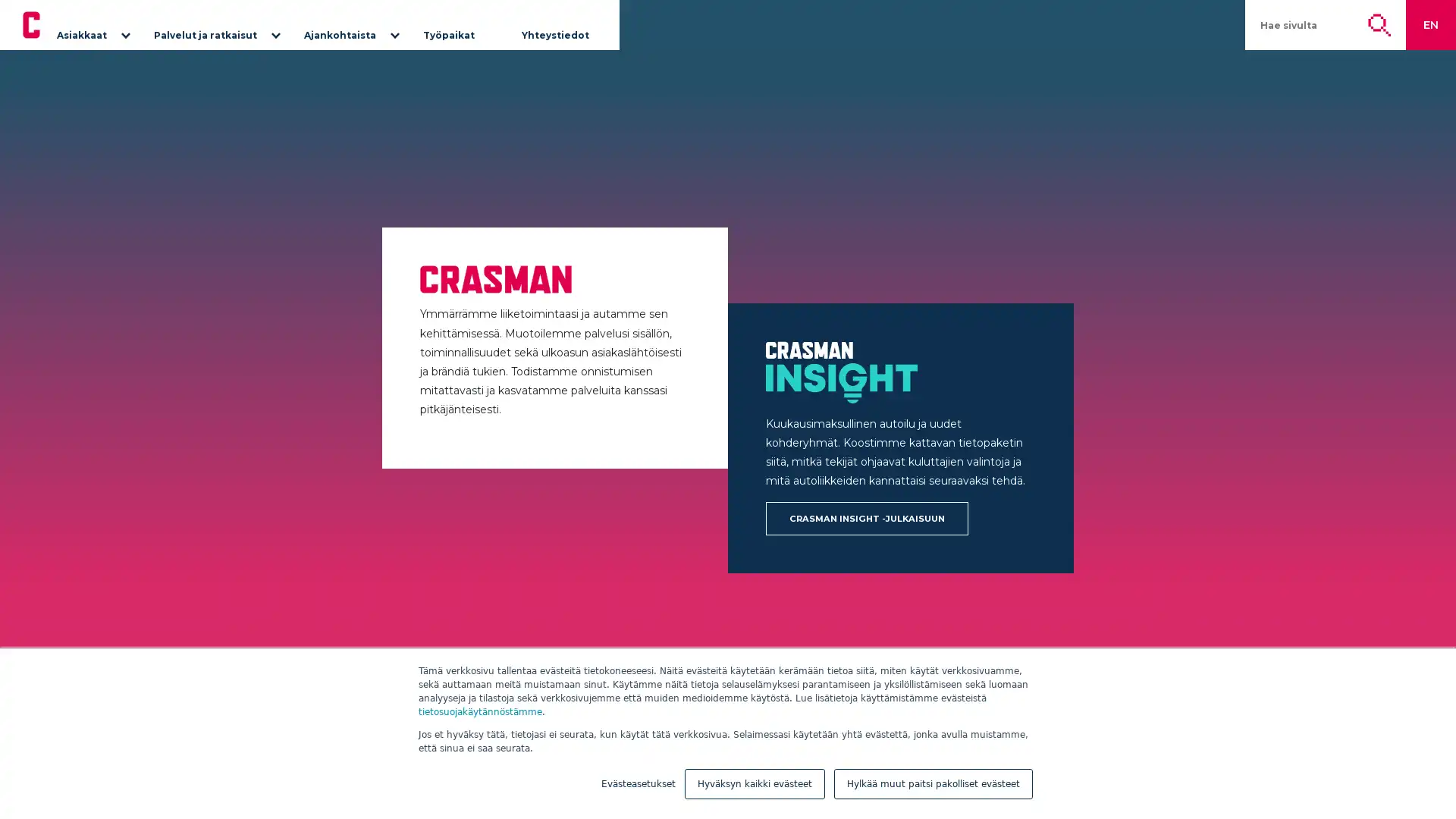  I want to click on Hylkaa muut paitsi pakolliset evasteet, so click(932, 783).